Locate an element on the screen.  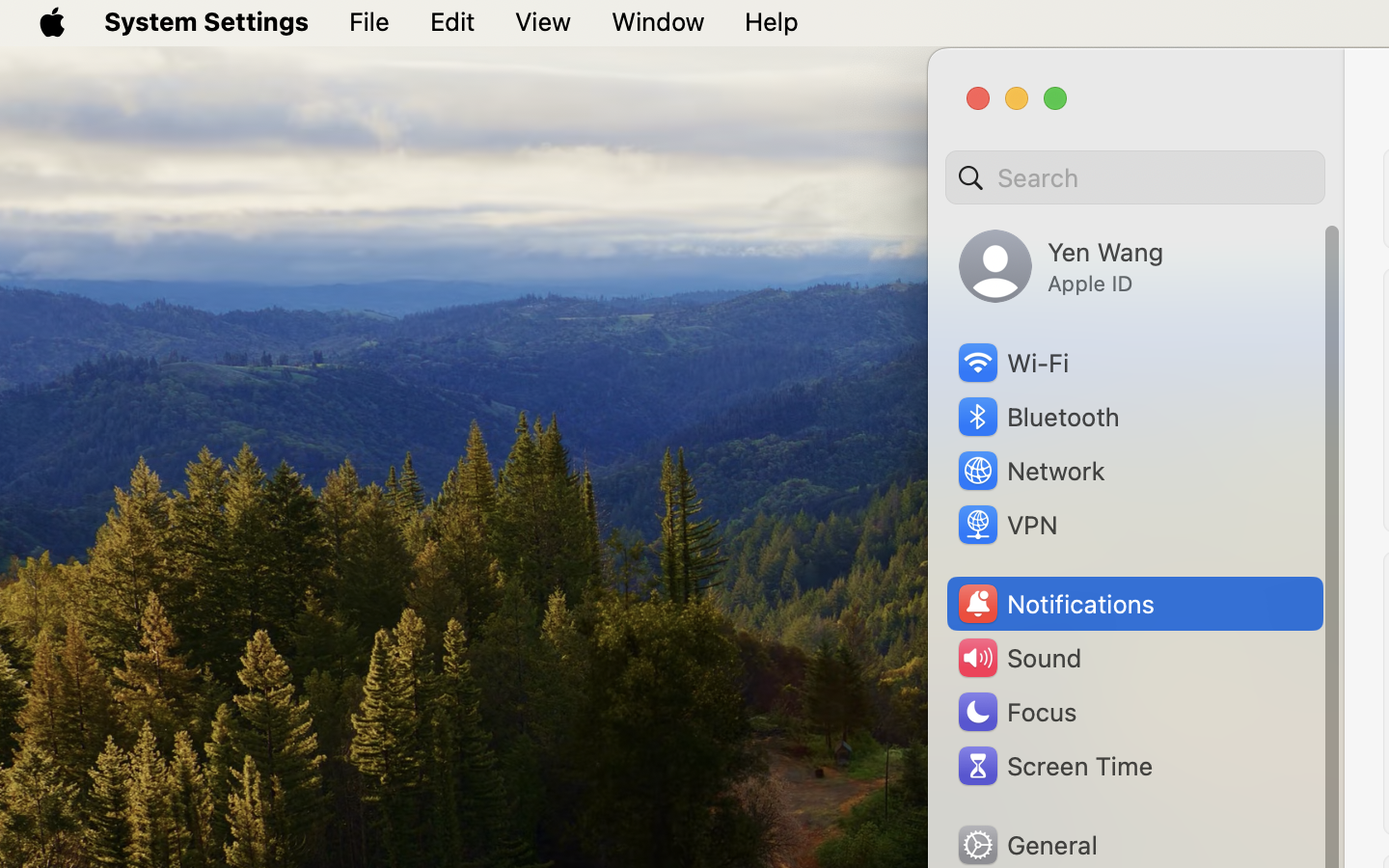
'Screen Time' is located at coordinates (1052, 765).